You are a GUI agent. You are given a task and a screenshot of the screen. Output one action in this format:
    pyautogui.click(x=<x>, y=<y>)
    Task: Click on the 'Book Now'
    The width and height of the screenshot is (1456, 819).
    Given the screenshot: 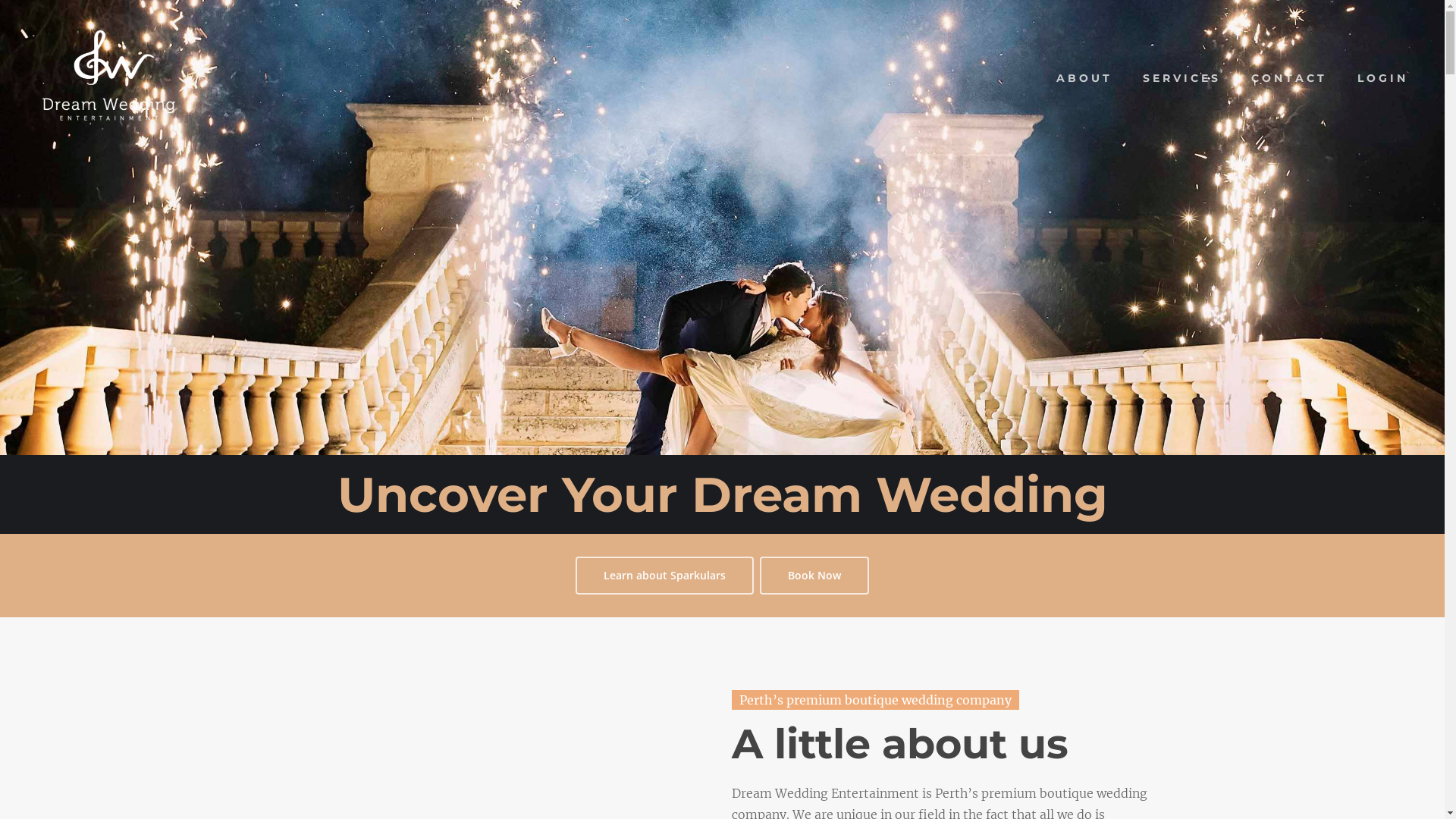 What is the action you would take?
    pyautogui.click(x=814, y=576)
    